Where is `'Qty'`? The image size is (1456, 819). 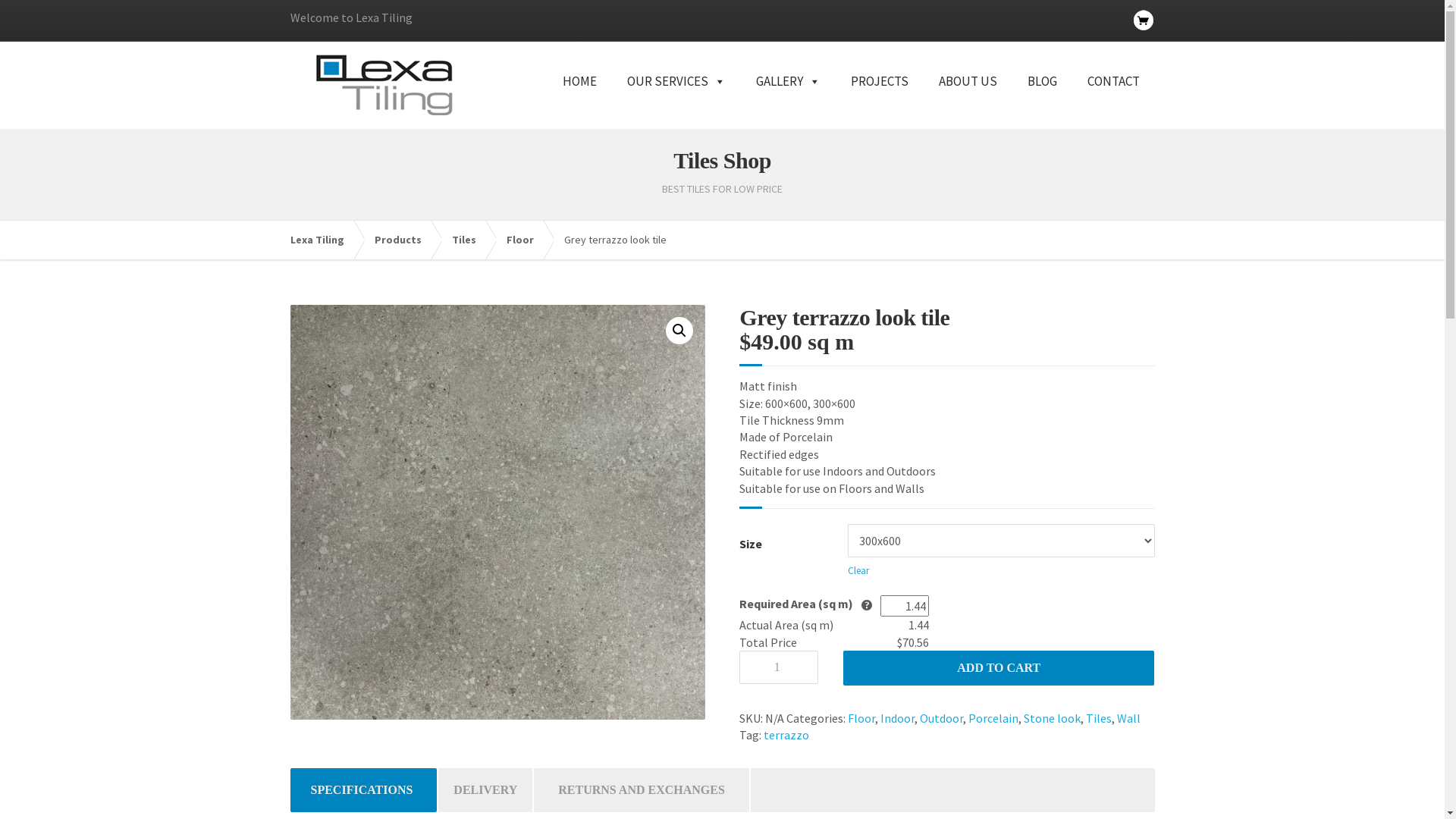 'Qty' is located at coordinates (779, 666).